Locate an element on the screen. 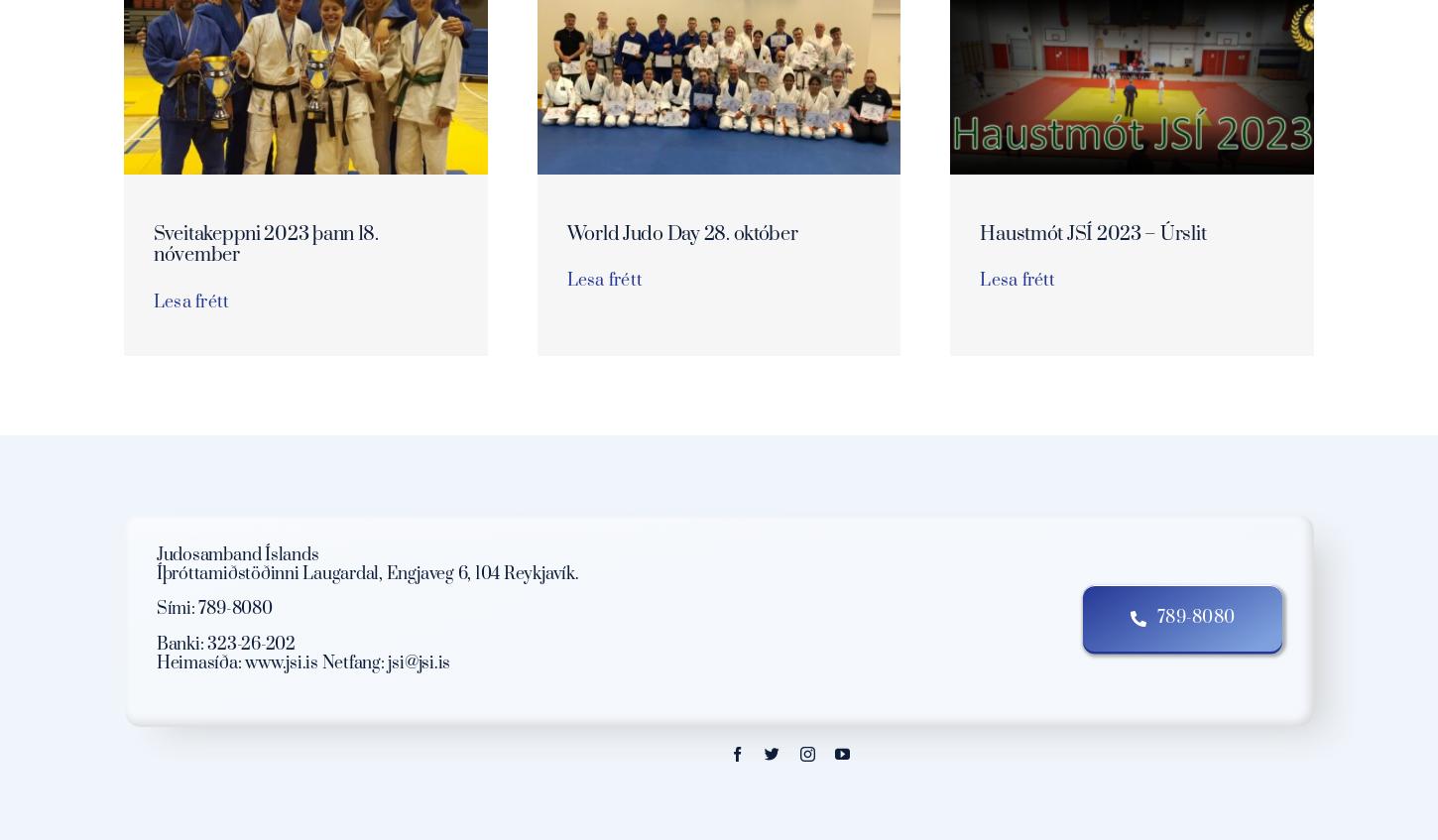 The height and width of the screenshot is (840, 1438). 'Banki: 323-26-202' is located at coordinates (224, 642).